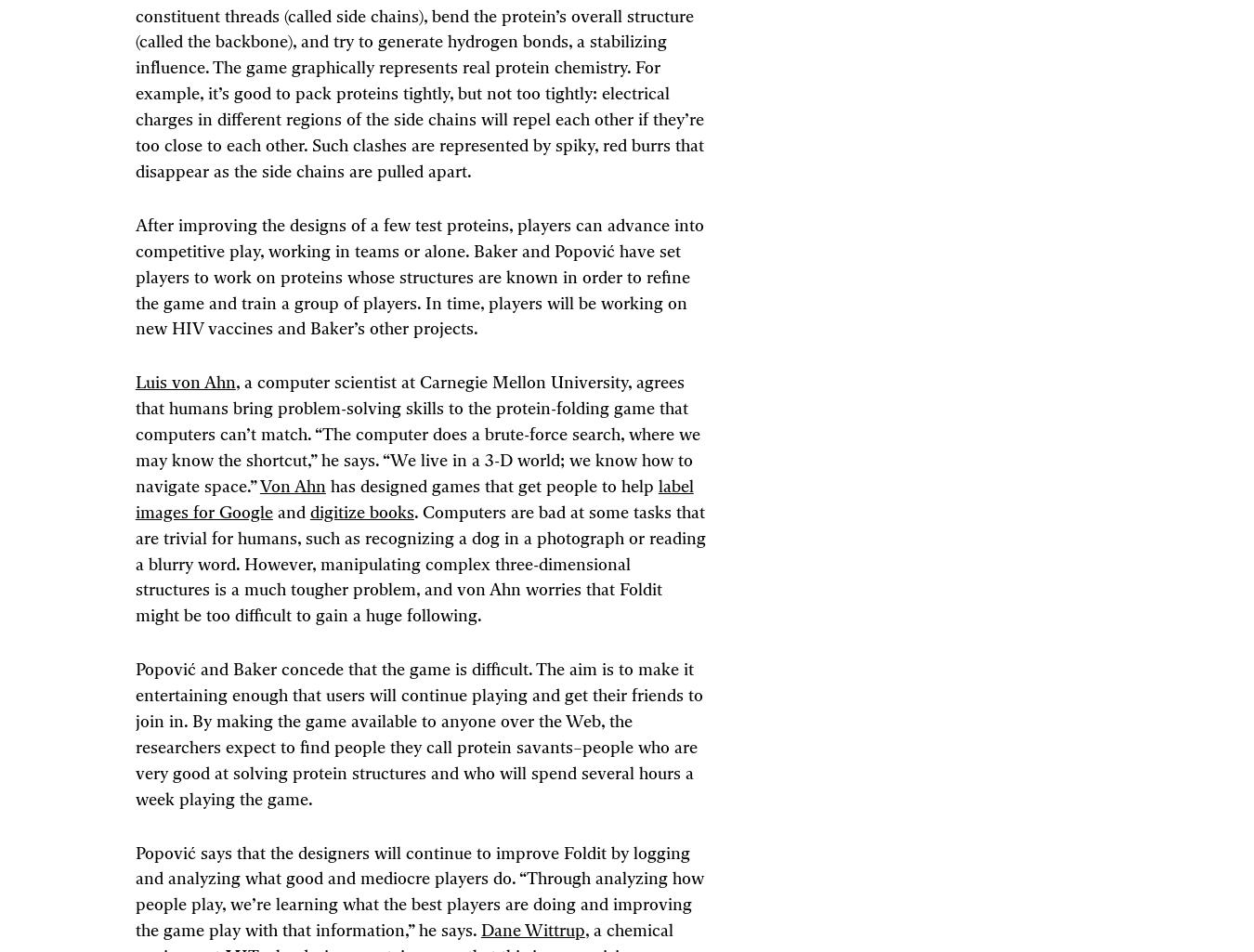 The height and width of the screenshot is (952, 1254). What do you see at coordinates (413, 499) in the screenshot?
I see `'label images for Google'` at bounding box center [413, 499].